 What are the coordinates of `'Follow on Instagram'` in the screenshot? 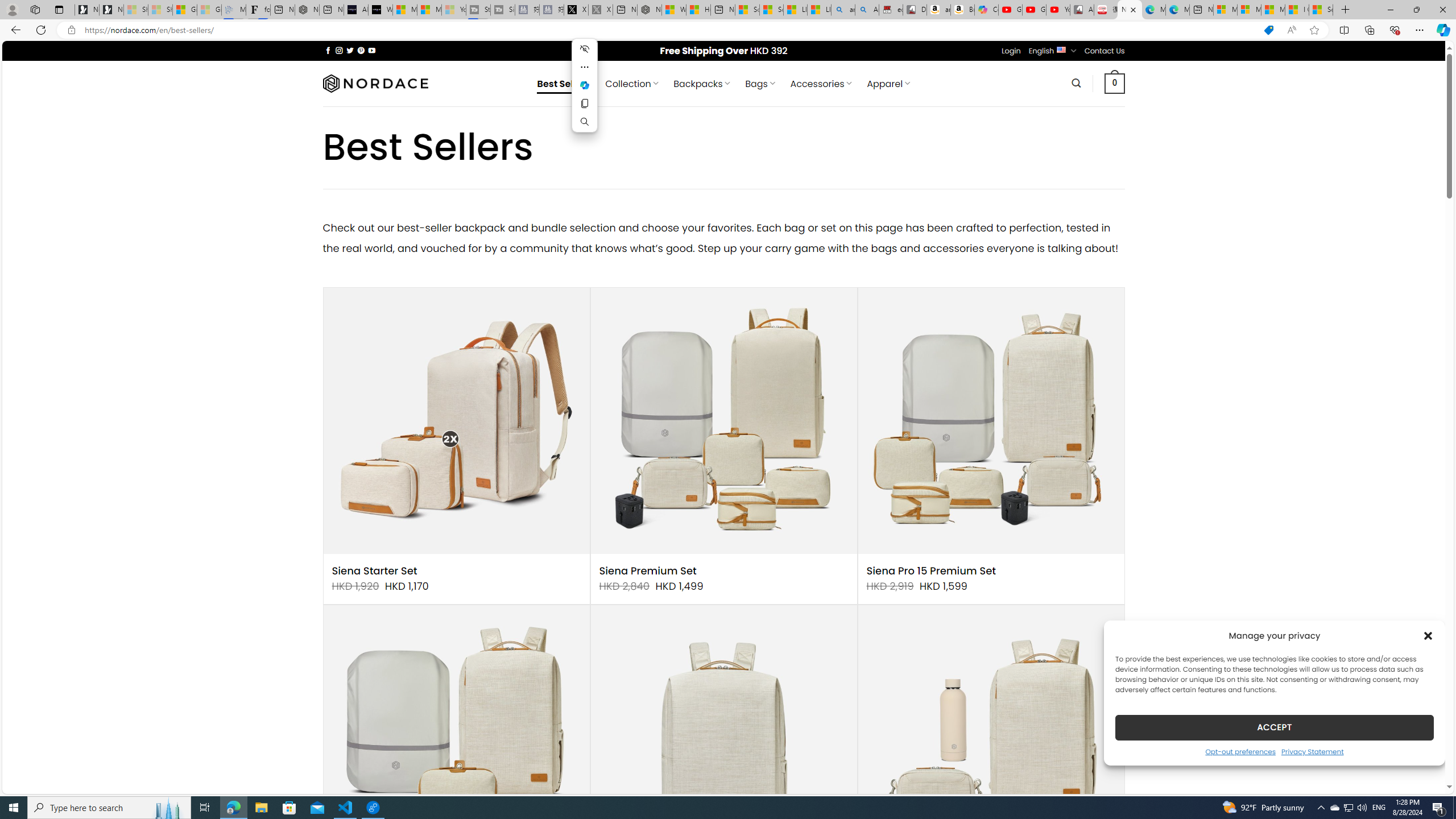 It's located at (338, 50).